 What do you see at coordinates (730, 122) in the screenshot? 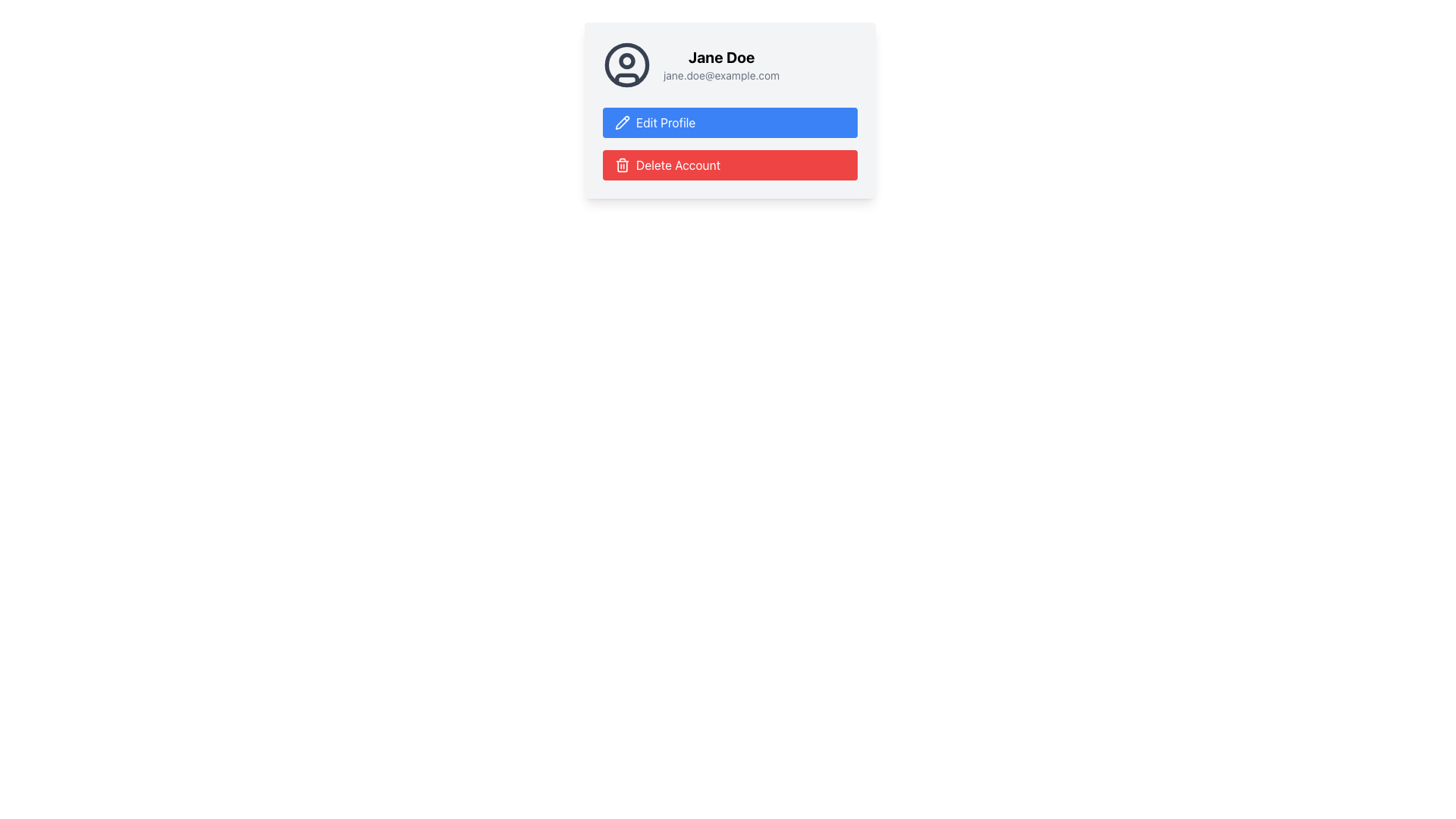
I see `the first button below the user information section to initiate profile editing` at bounding box center [730, 122].